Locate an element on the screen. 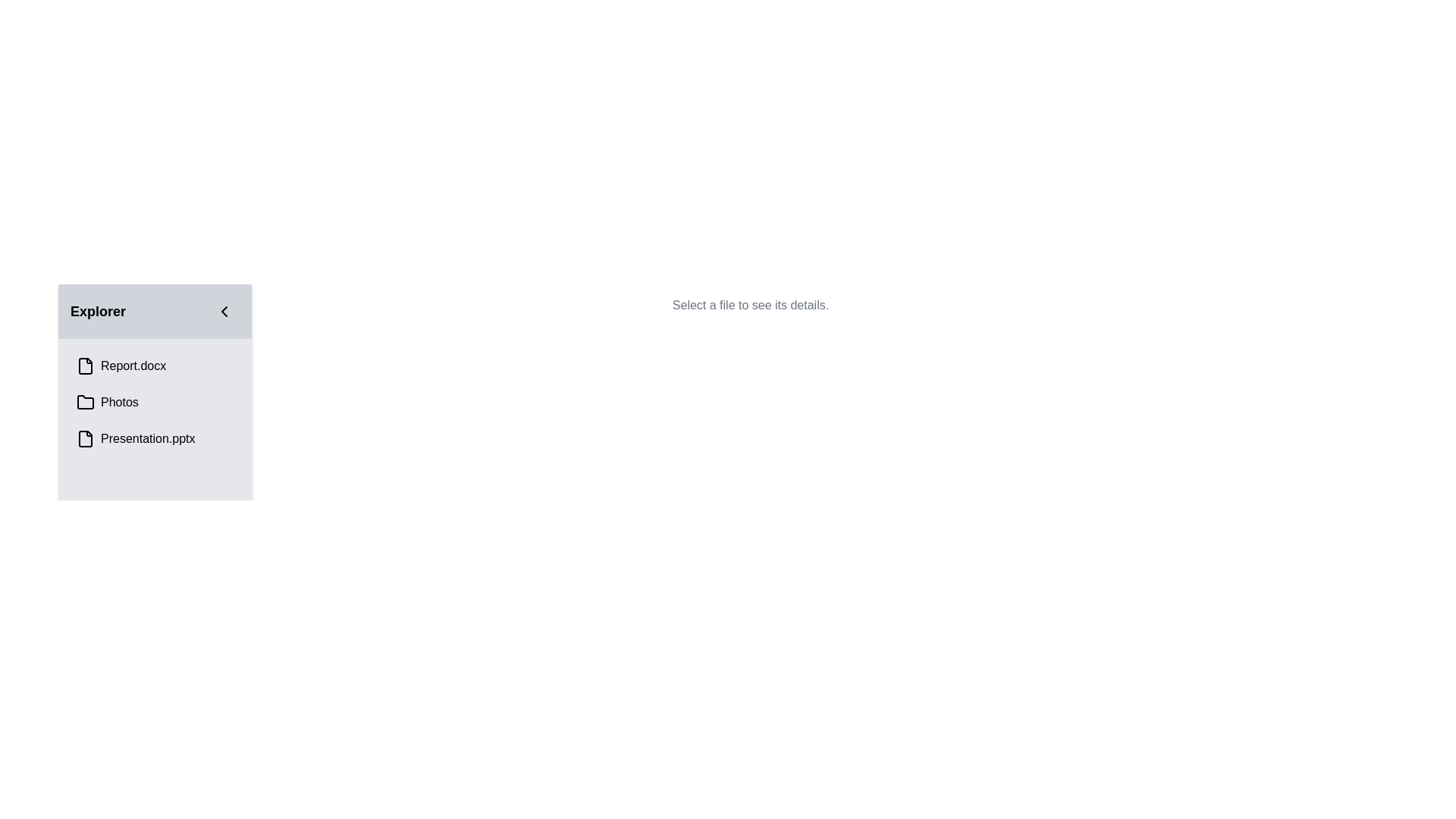  the 'Photos' folder icon, which is the second icon in the 'Explorer' panel, located between 'Report.docx' and 'Presentation.pptx' is located at coordinates (85, 401).